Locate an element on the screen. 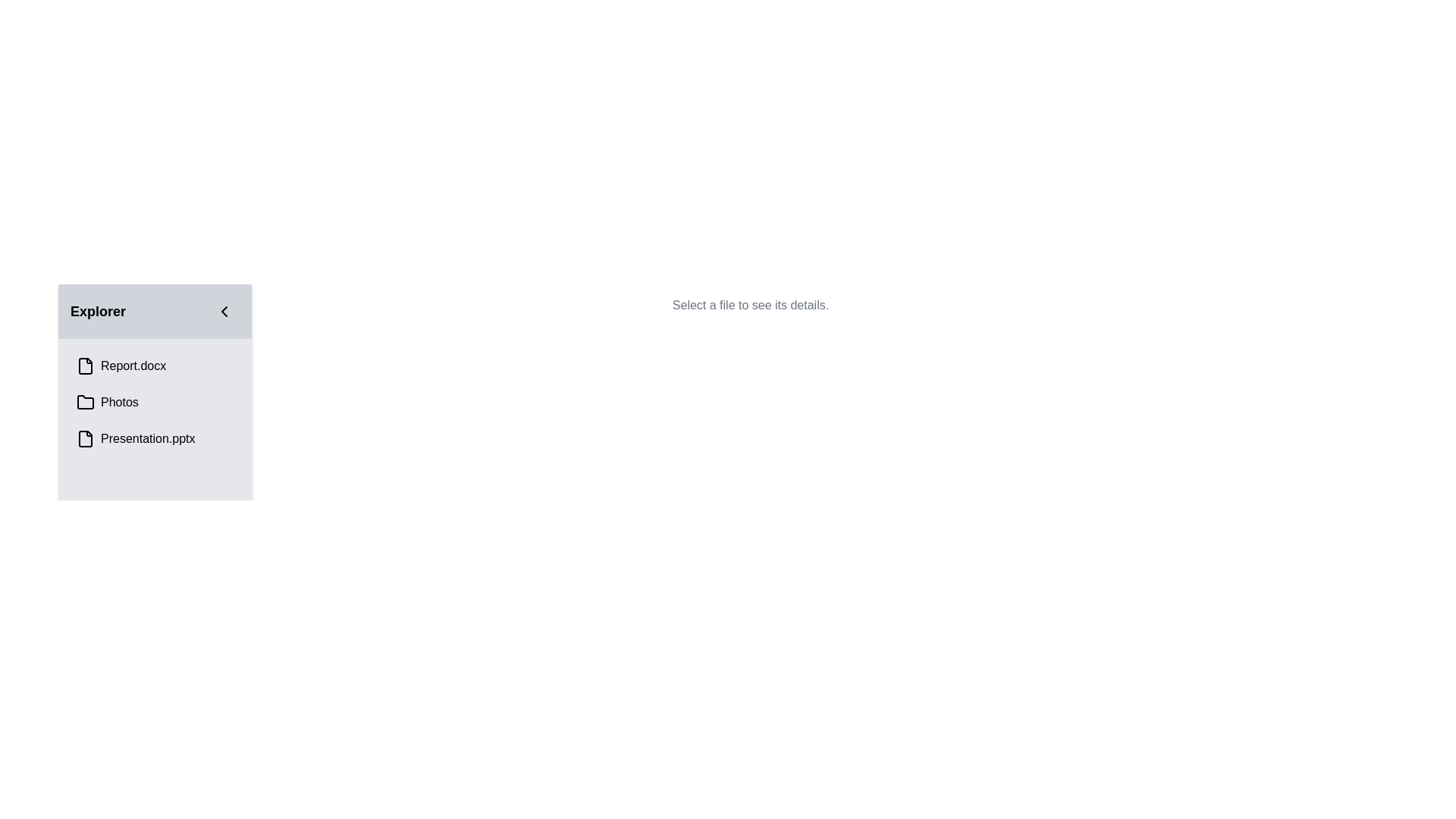  the 'Photos' folder icon, which is the second icon in the 'Explorer' panel, located between 'Report.docx' and 'Presentation.pptx' is located at coordinates (85, 401).